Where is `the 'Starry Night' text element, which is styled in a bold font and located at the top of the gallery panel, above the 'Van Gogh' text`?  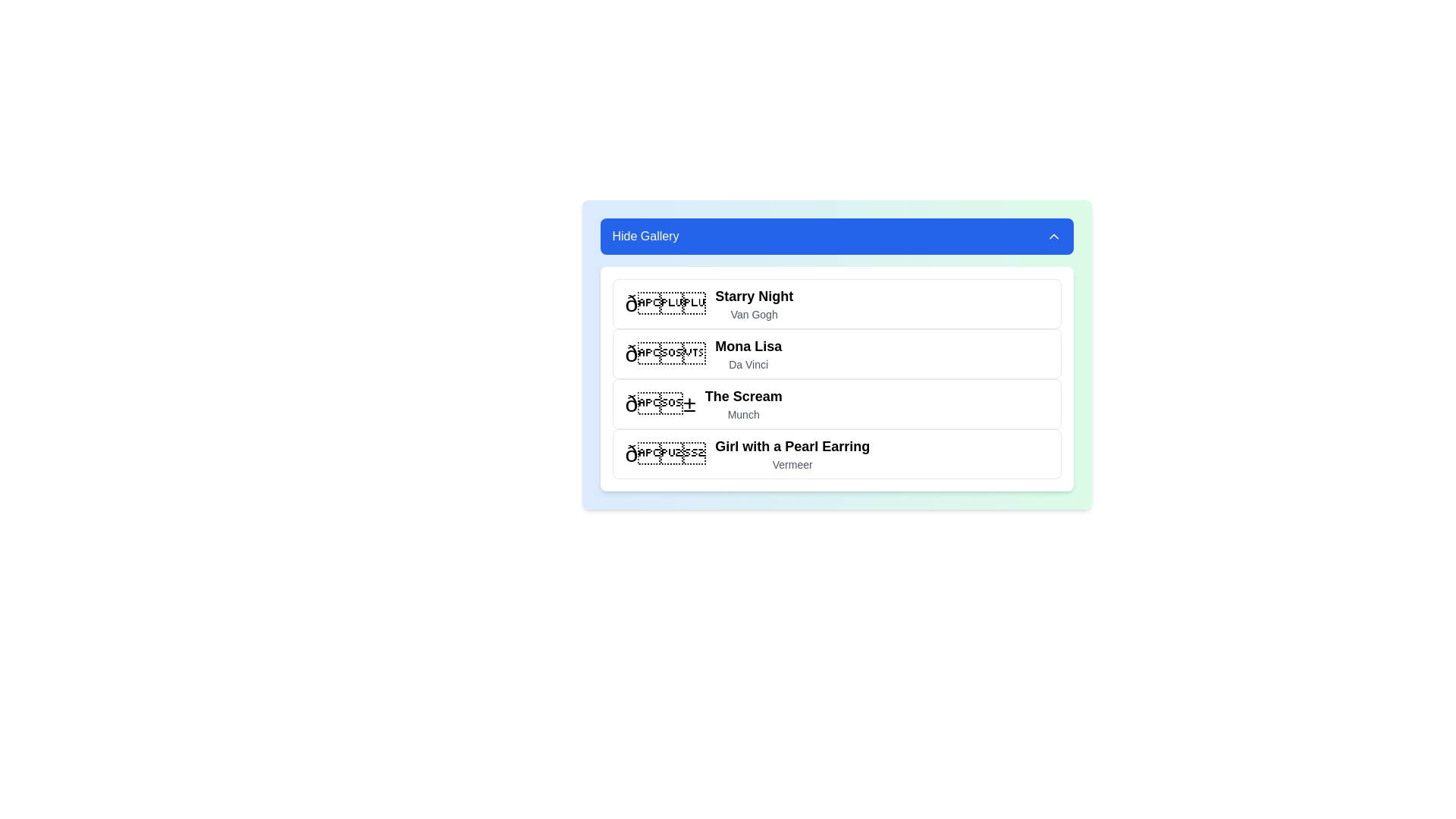
the 'Starry Night' text element, which is styled in a bold font and located at the top of the gallery panel, above the 'Van Gogh' text is located at coordinates (754, 296).